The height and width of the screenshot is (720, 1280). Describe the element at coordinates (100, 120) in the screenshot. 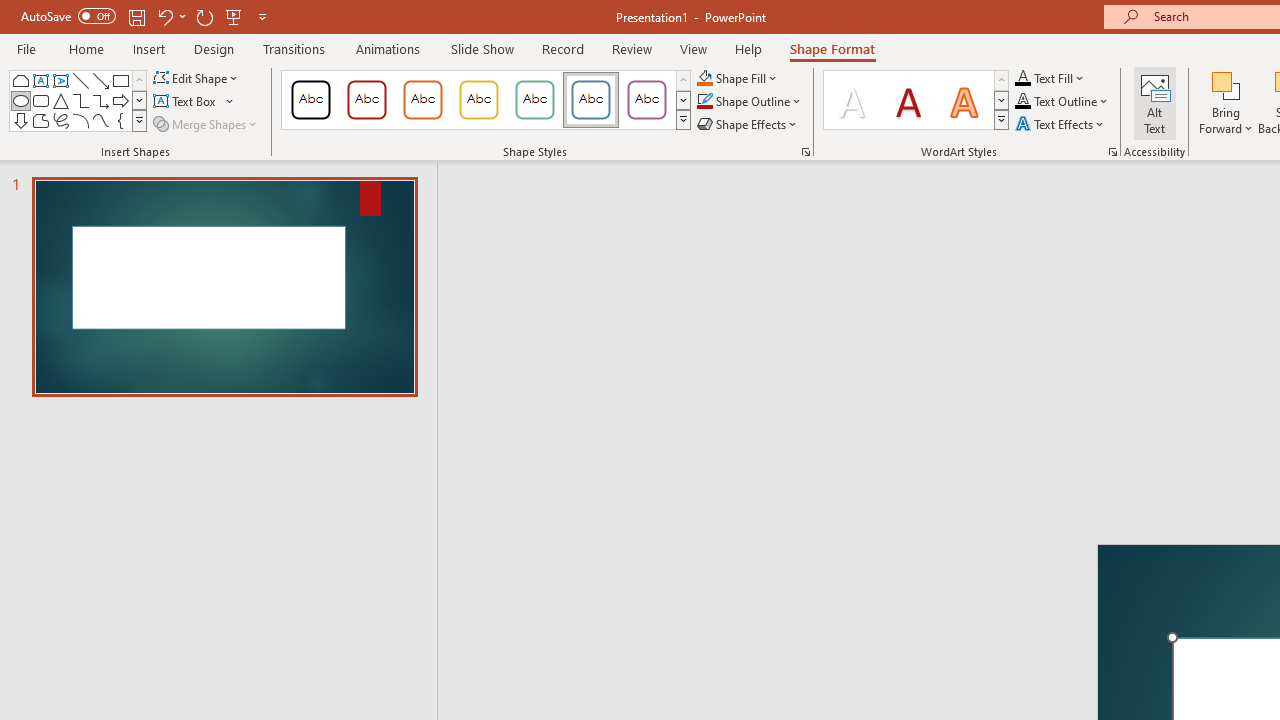

I see `'Curve'` at that location.